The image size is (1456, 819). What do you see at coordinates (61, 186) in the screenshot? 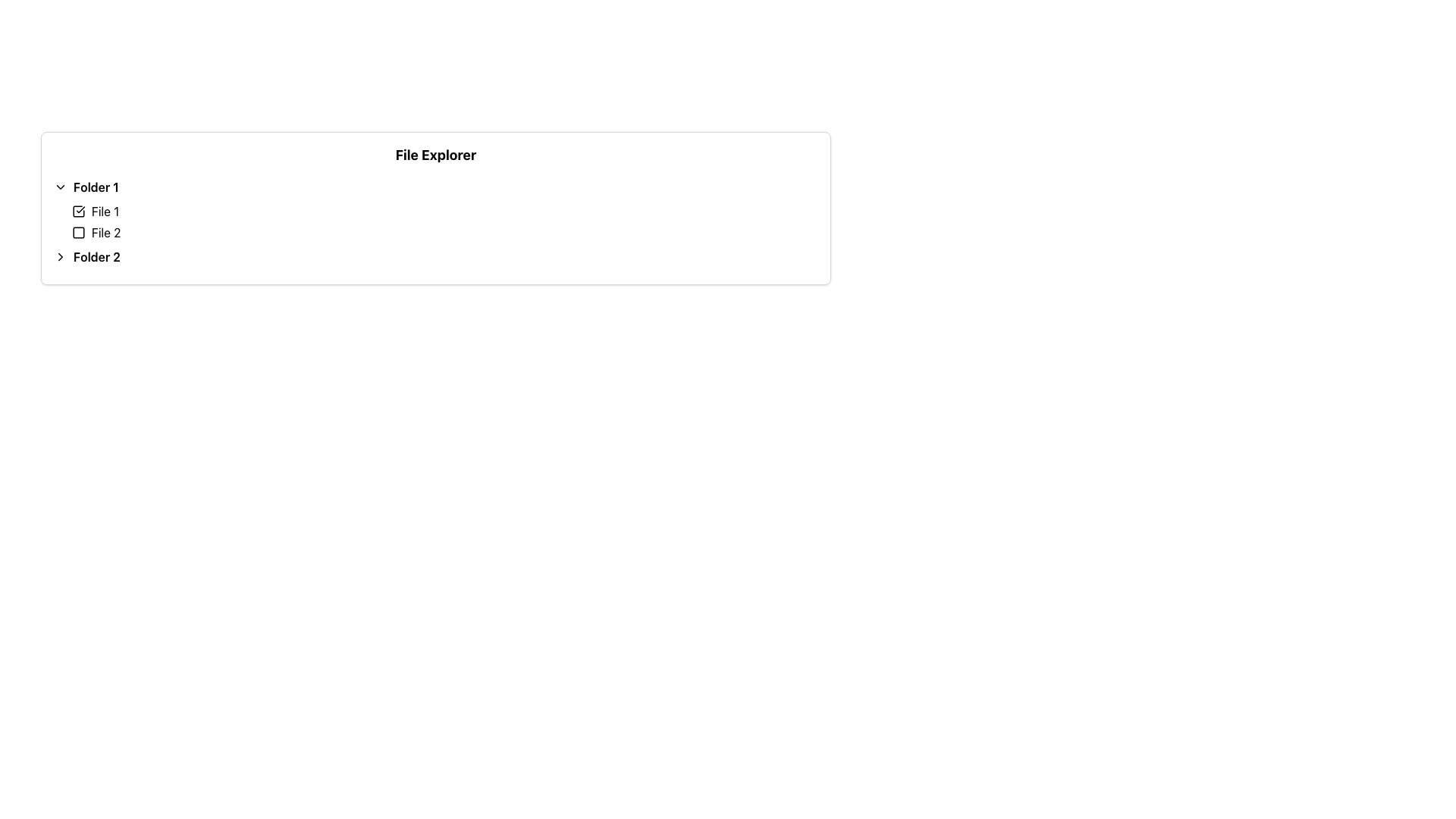
I see `the Dropdown toggle icon located to the left of the 'Folder 1' label` at bounding box center [61, 186].